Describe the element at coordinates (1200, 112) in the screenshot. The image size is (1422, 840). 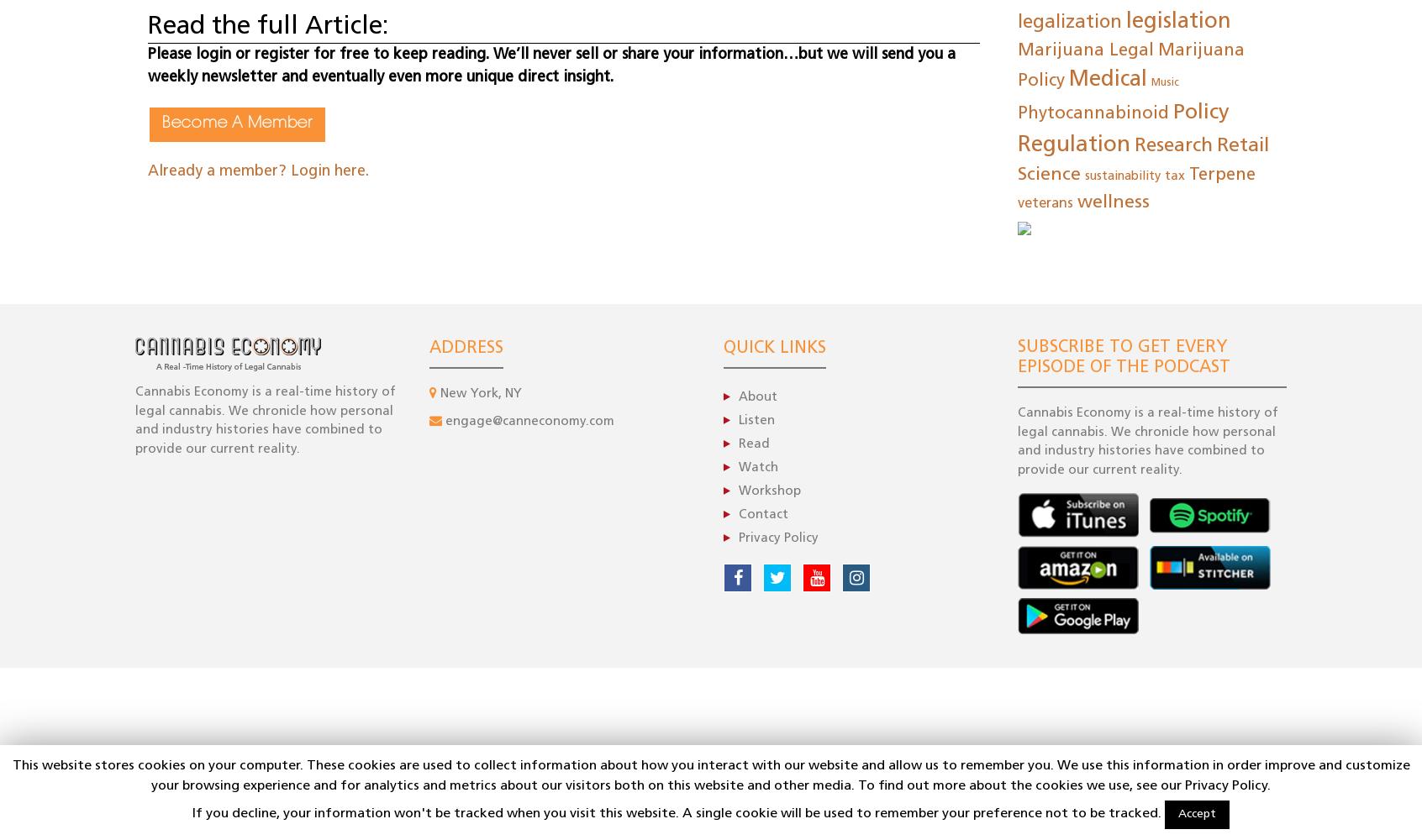
I see `'Policy'` at that location.